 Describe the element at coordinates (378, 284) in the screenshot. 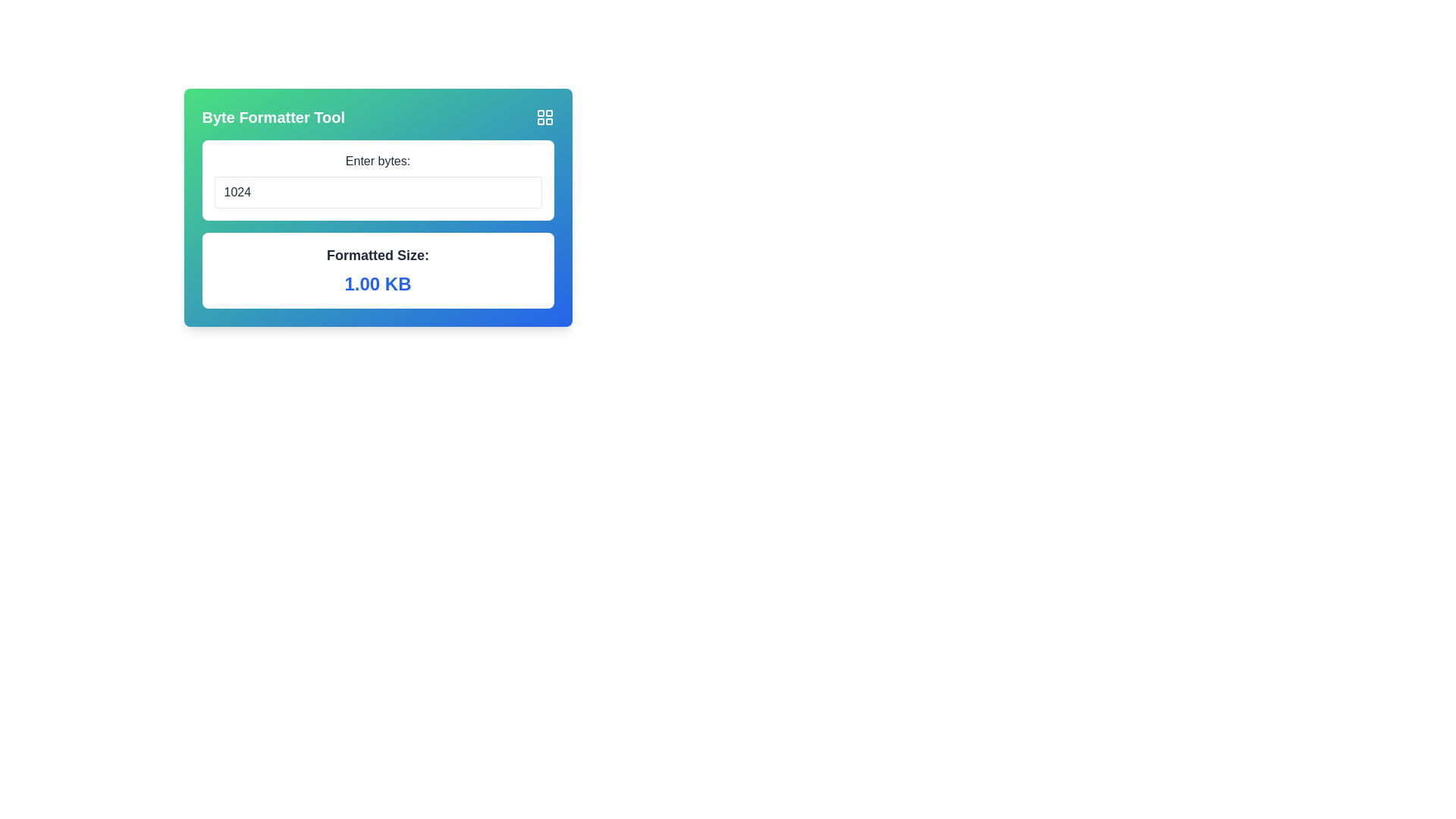

I see `the Static Text element that displays the formatted size of a given input byte value, positioned below the 'Formatted Size:' text` at that location.